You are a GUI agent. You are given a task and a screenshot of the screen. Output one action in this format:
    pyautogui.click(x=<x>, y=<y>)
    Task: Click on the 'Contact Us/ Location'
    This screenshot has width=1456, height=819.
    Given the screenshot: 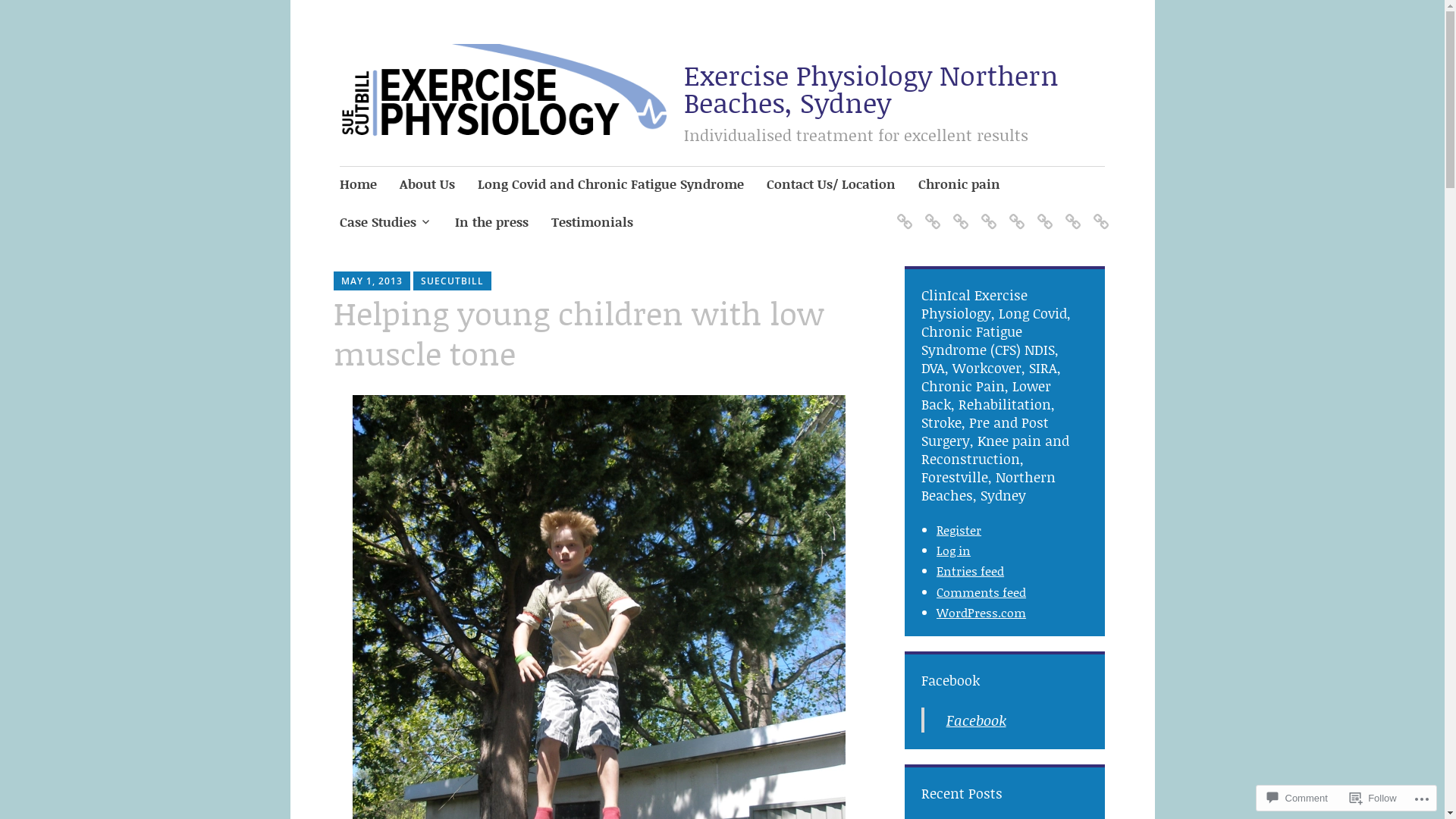 What is the action you would take?
    pyautogui.click(x=830, y=184)
    